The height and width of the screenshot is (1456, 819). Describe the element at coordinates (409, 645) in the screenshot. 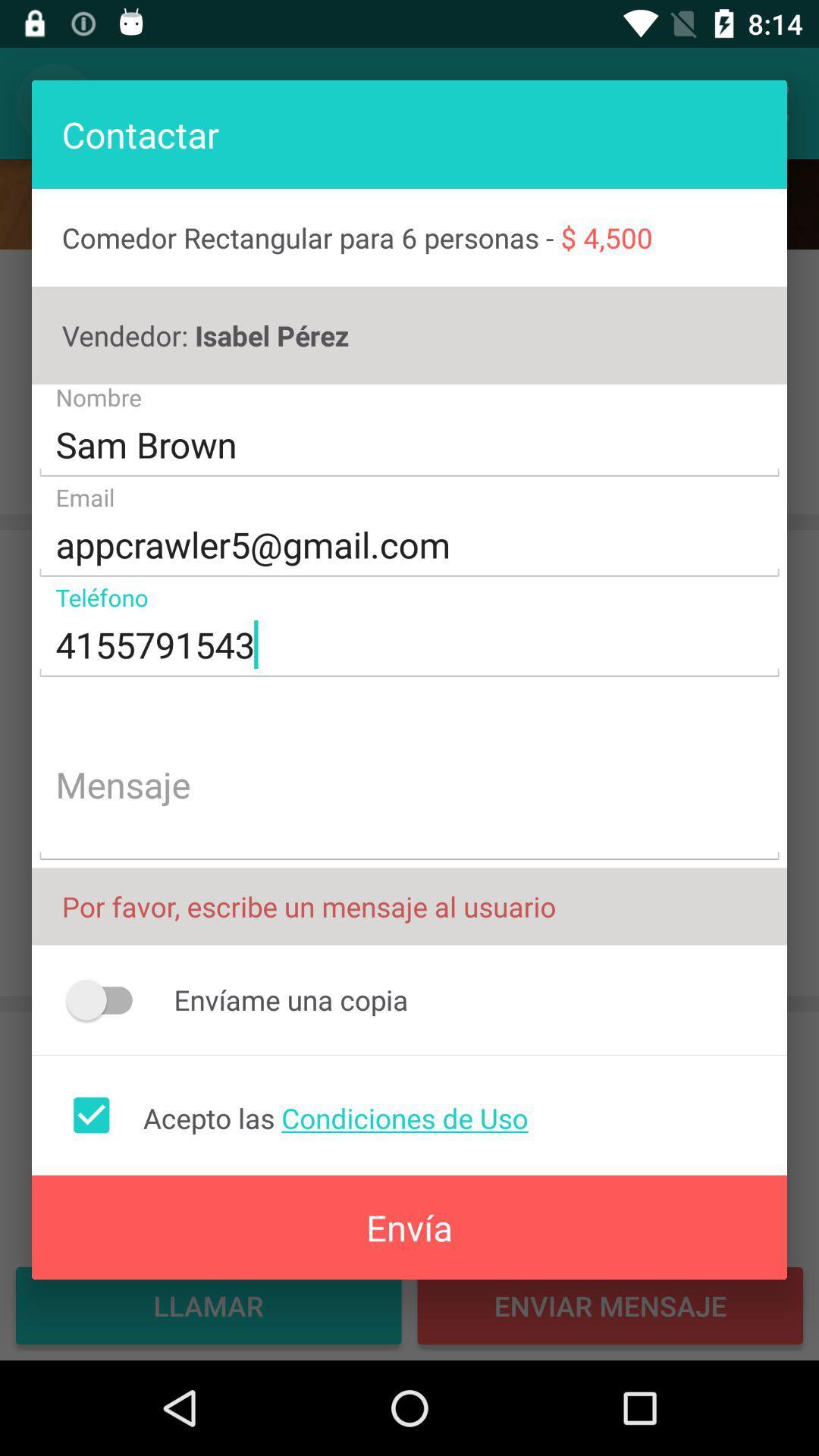

I see `the 4155791543` at that location.